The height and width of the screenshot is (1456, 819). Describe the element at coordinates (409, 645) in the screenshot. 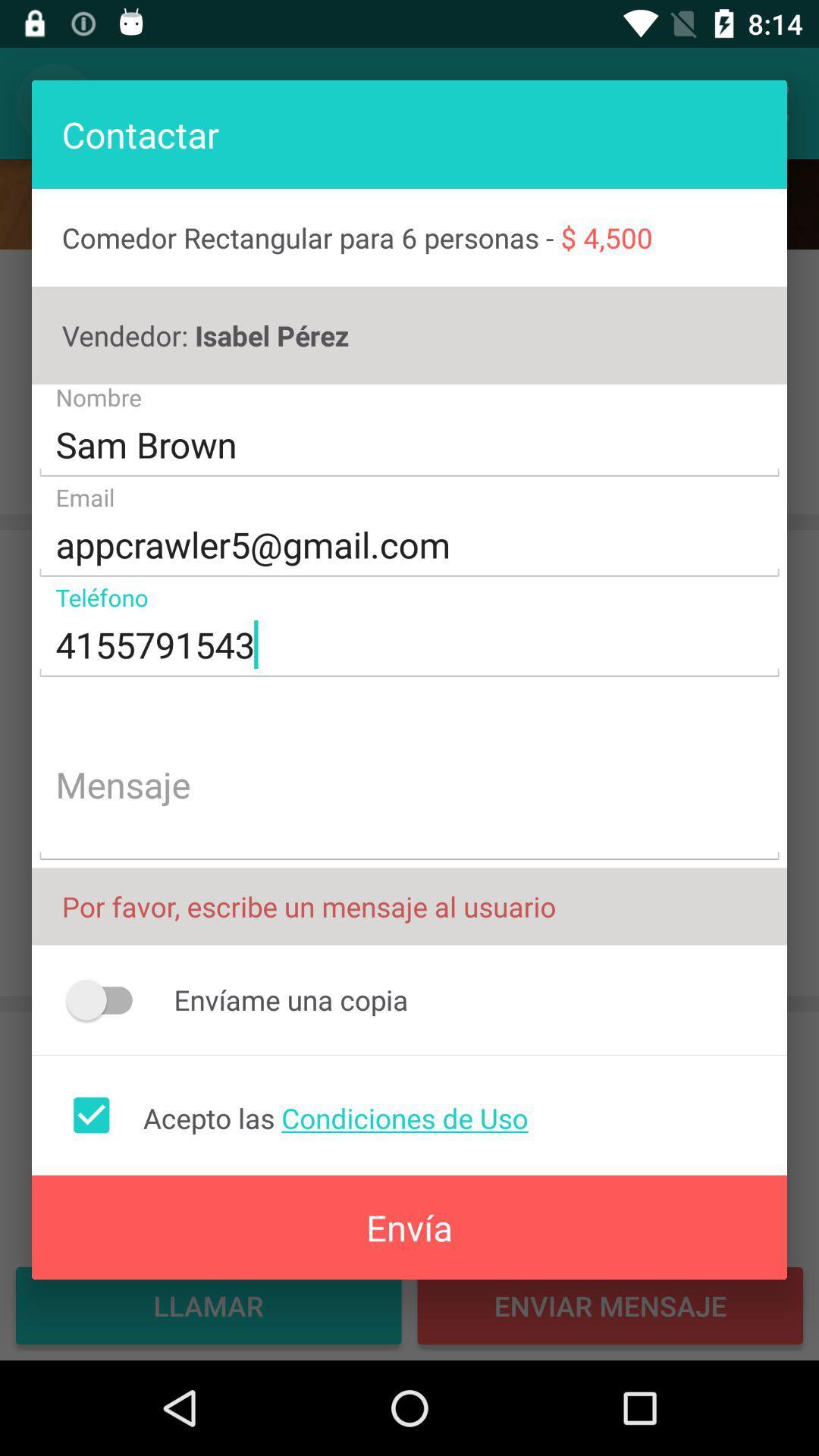

I see `the 4155791543` at that location.